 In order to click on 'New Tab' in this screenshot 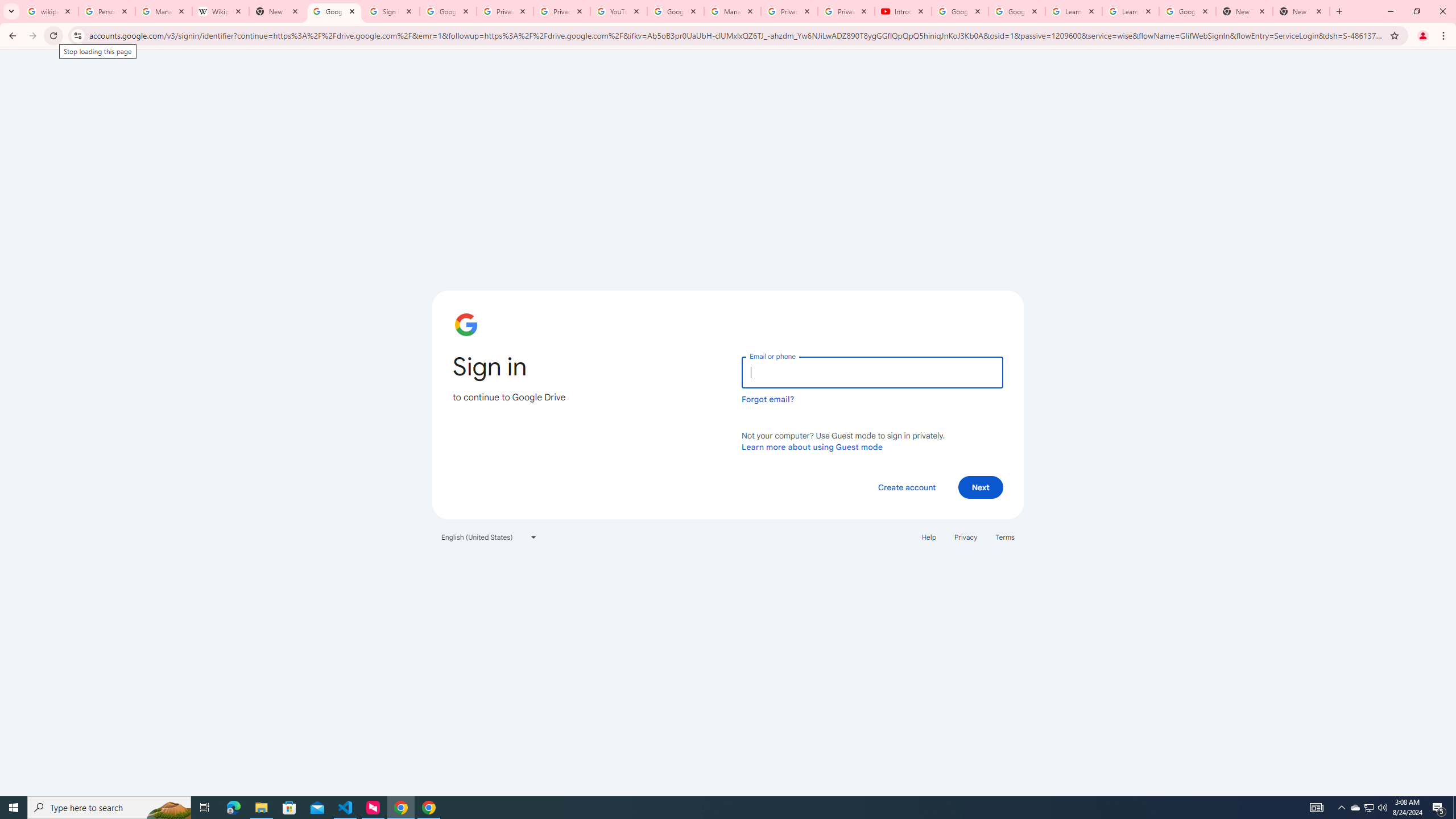, I will do `click(1301, 11)`.